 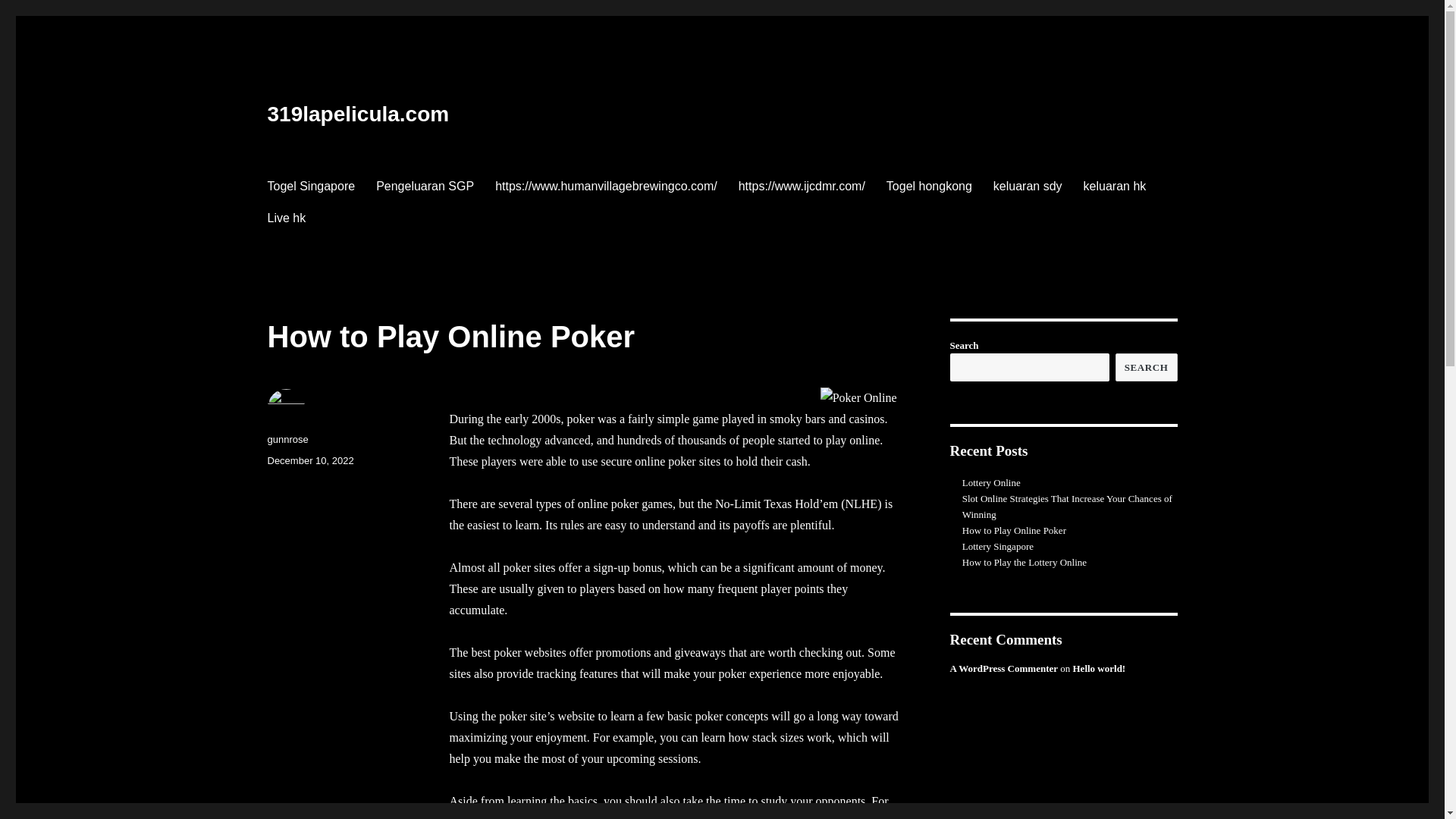 What do you see at coordinates (605, 185) in the screenshot?
I see `'https://www.humanvillagebrewingco.com/'` at bounding box center [605, 185].